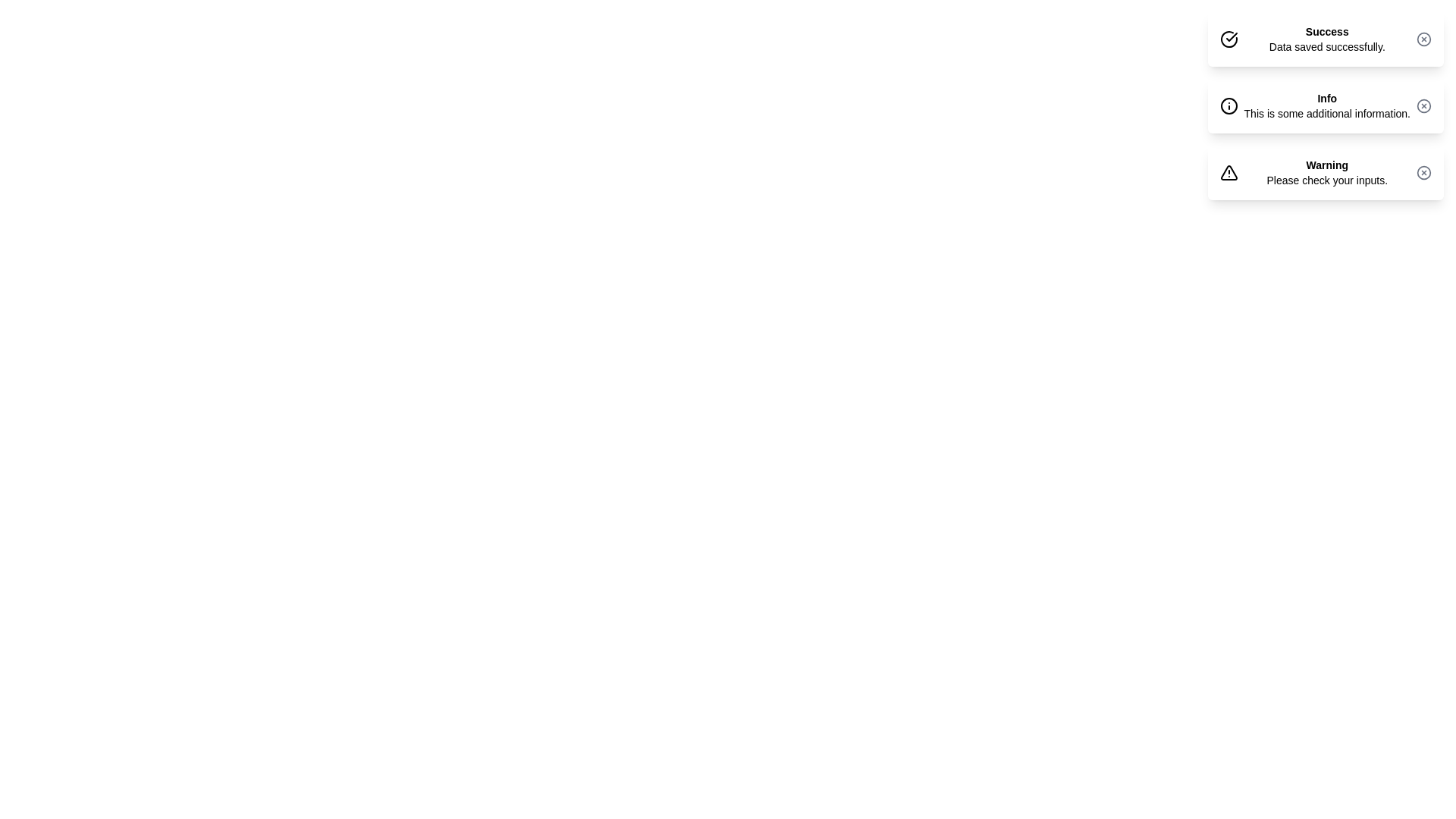 The height and width of the screenshot is (819, 1456). What do you see at coordinates (1326, 165) in the screenshot?
I see `the bold text displaying 'Warning' in black within the notification card, which is positioned above the message 'Please check your inputs.'` at bounding box center [1326, 165].